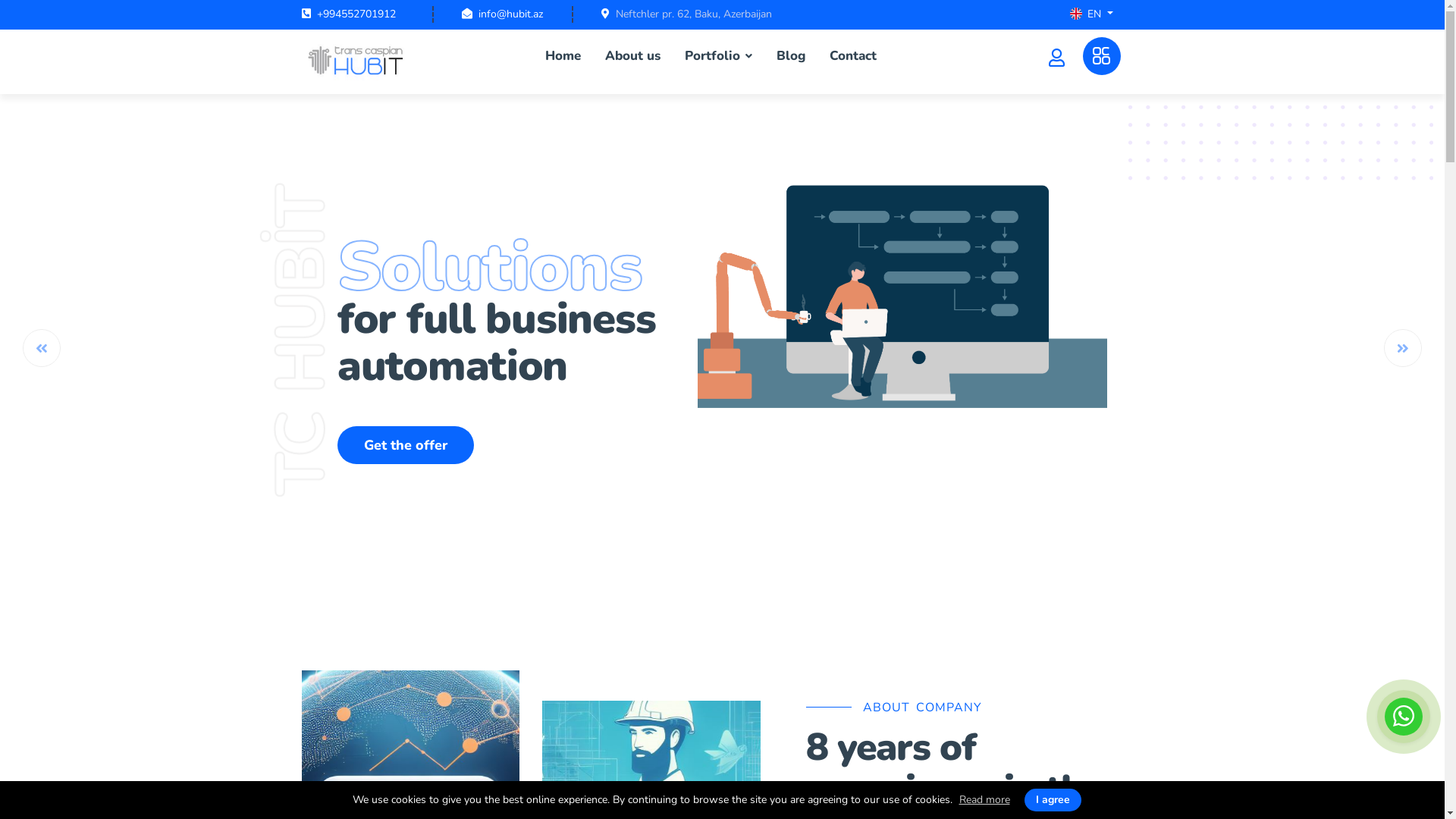 The image size is (1456, 819). I want to click on 'EN', so click(1090, 14).